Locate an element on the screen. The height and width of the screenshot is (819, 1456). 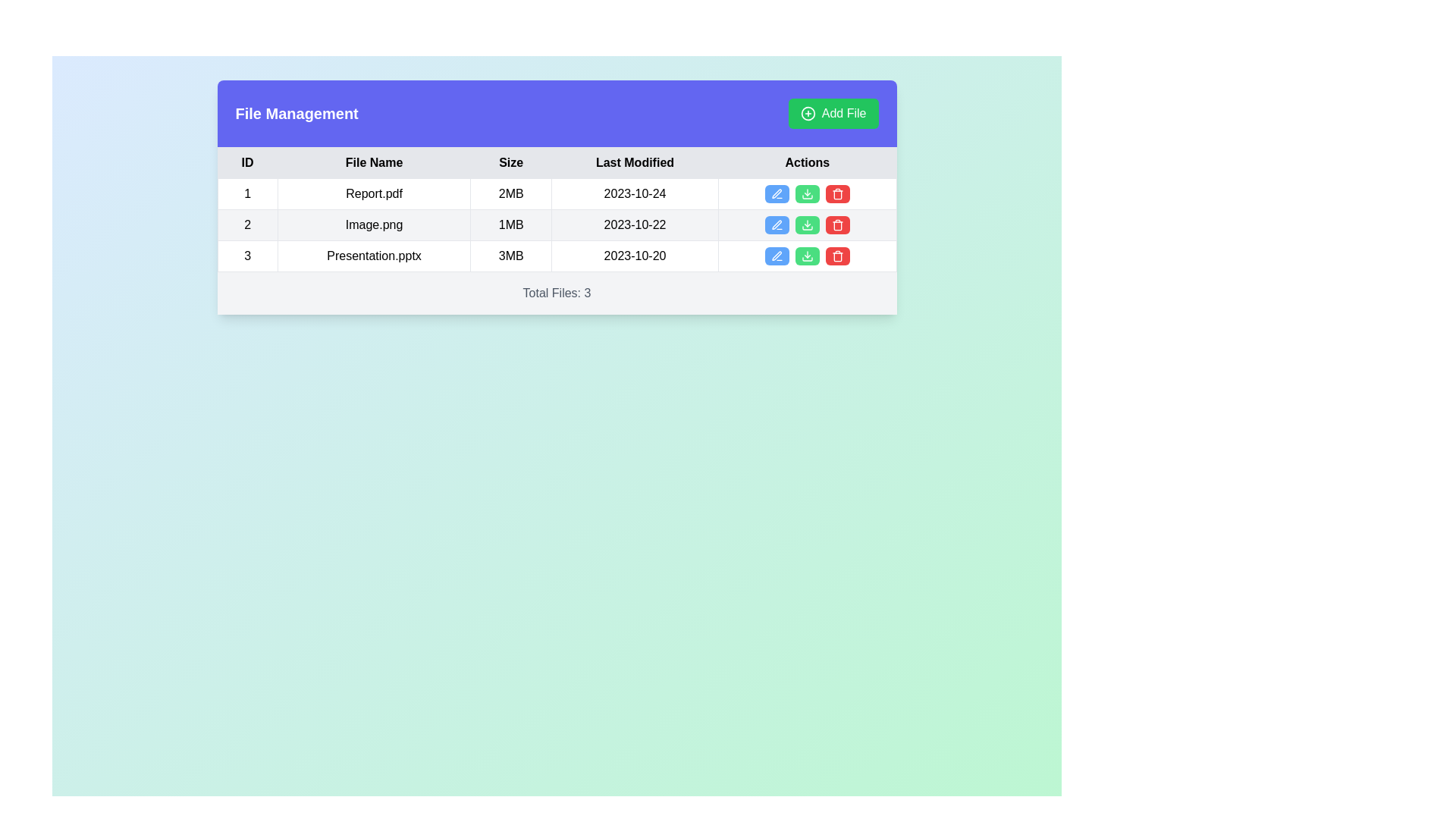
the pen icon button located in the 'Actions' column of the third row in the 'File Management' table is located at coordinates (777, 256).